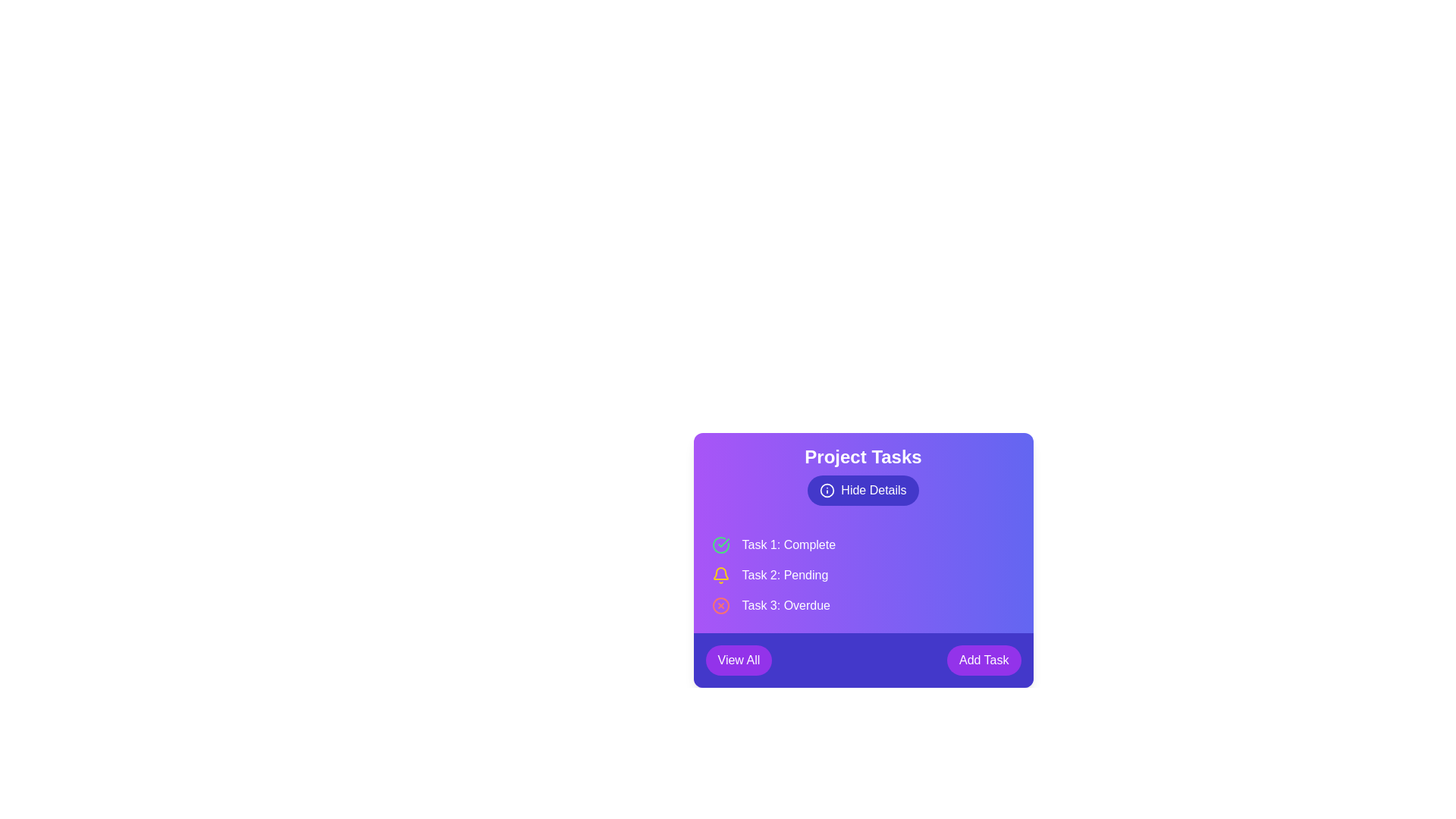  What do you see at coordinates (720, 576) in the screenshot?
I see `the bell-shaped notification icon with a yellow outline that is located next to the text 'Task 2: Pending'` at bounding box center [720, 576].